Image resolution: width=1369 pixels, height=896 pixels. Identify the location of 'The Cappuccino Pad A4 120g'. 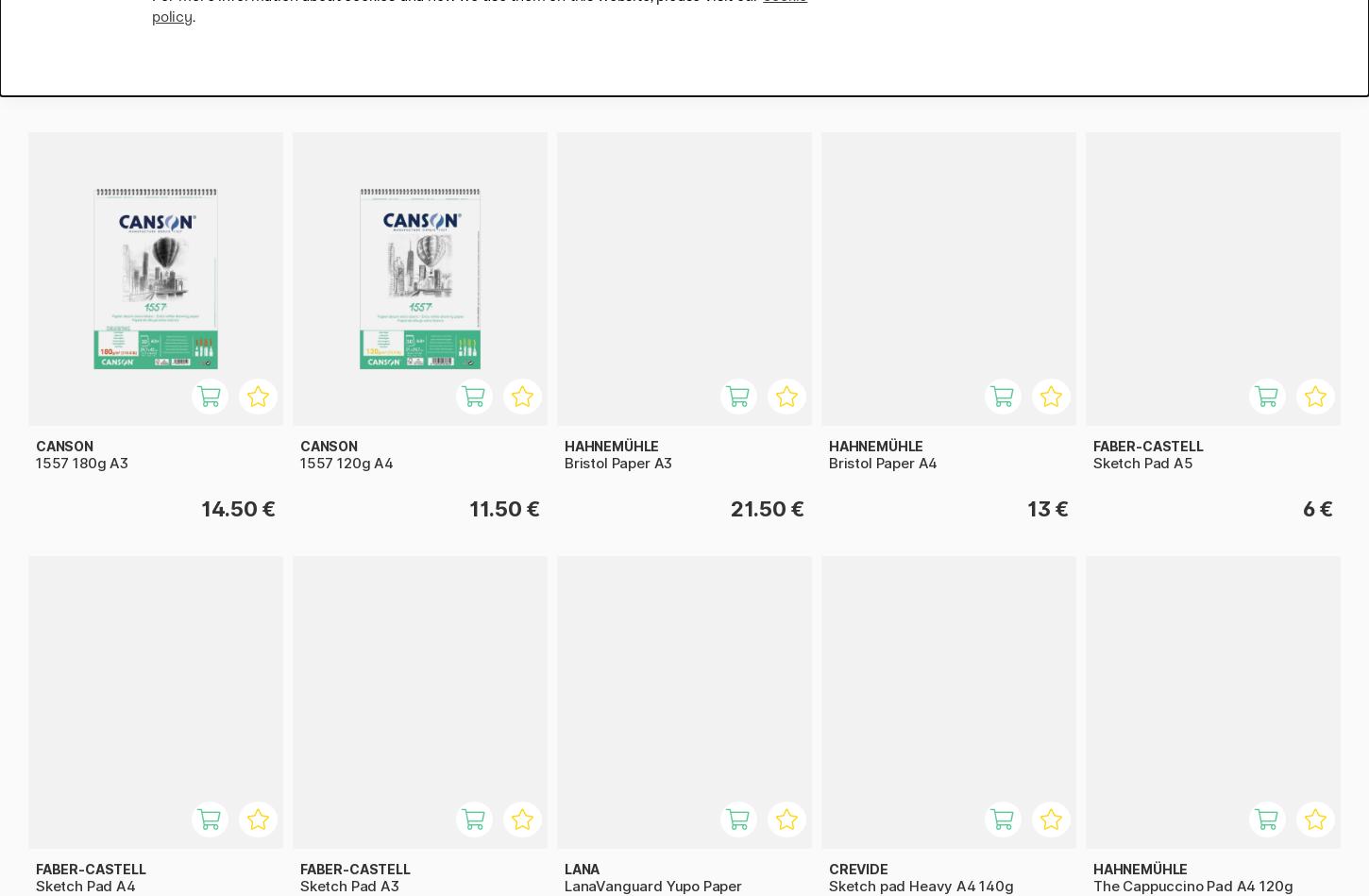
(1192, 885).